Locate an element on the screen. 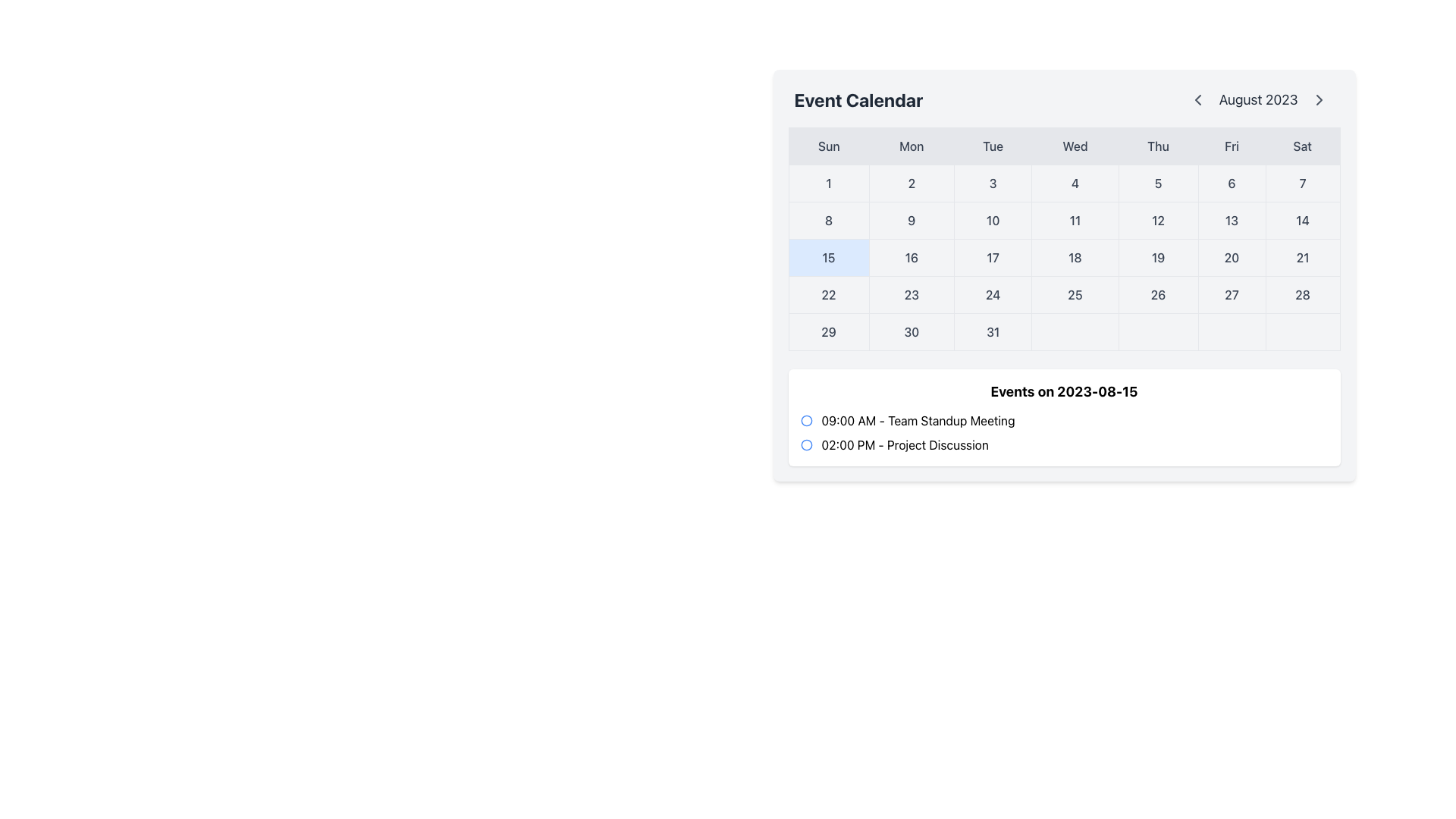 The image size is (1456, 819). the calendar date cell displaying '15' with a light blue background is located at coordinates (828, 256).